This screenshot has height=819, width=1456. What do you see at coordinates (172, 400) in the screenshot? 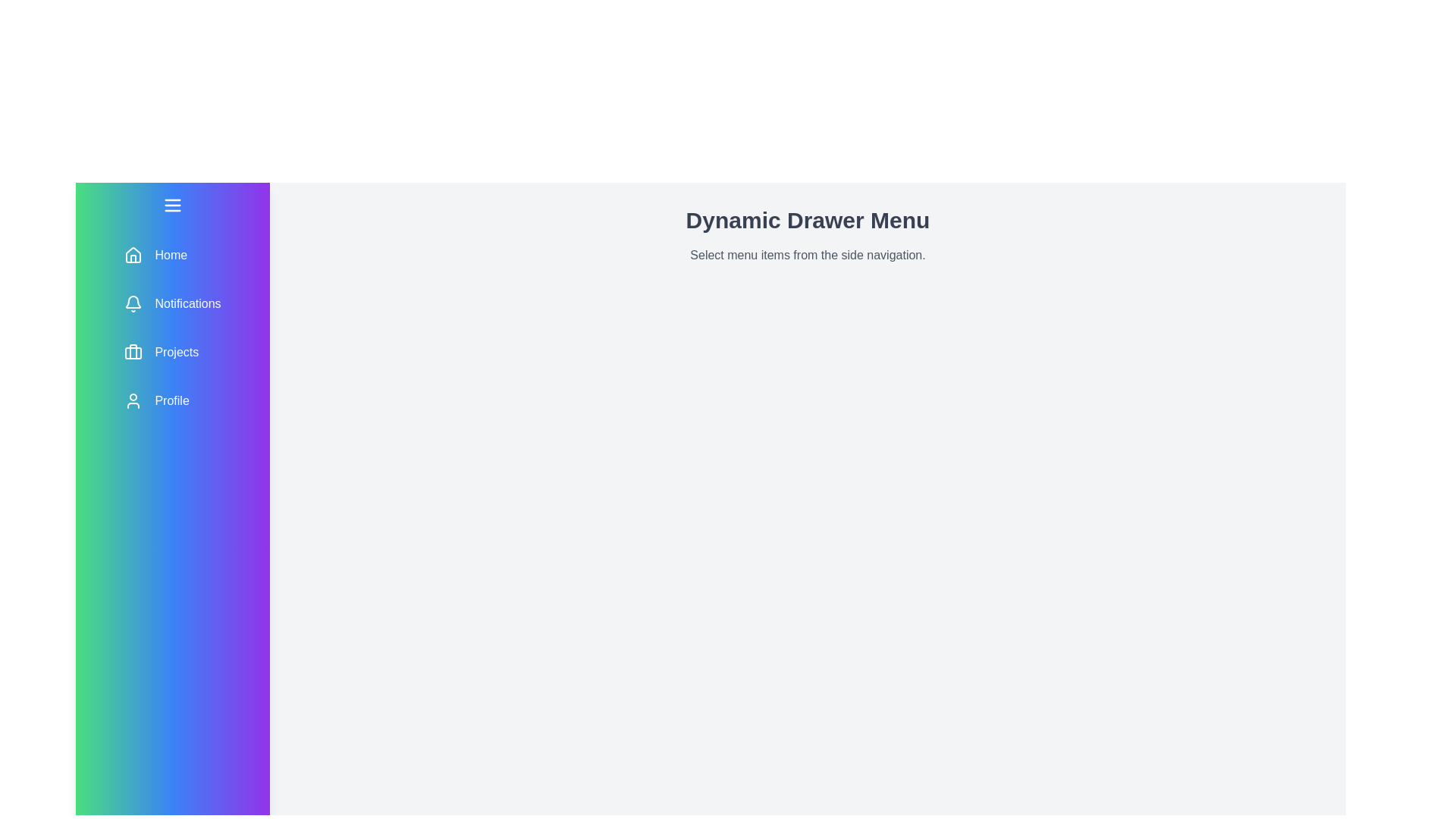
I see `the menu item Profile from the drawer menu` at bounding box center [172, 400].